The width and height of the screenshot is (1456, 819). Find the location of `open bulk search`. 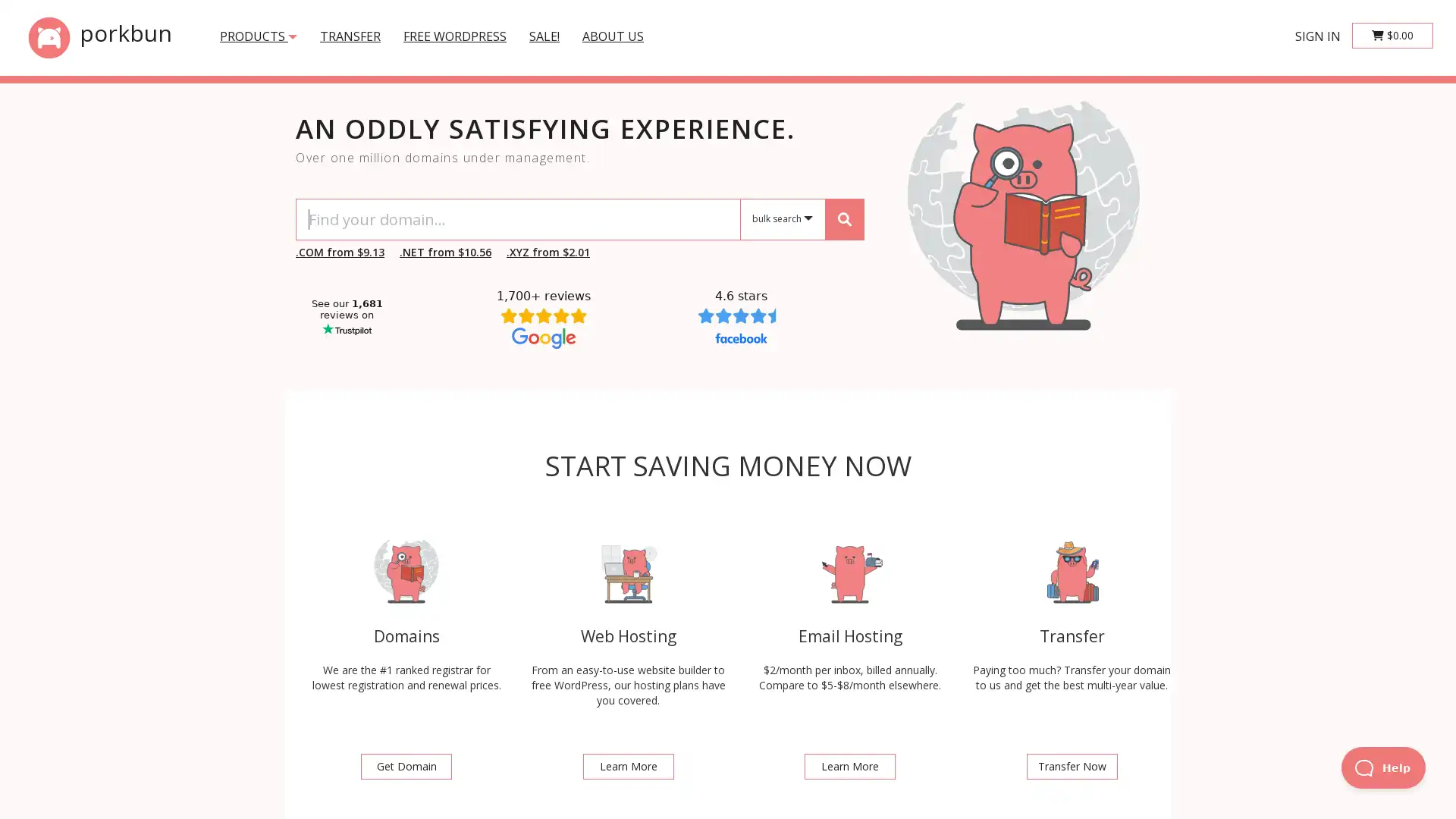

open bulk search is located at coordinates (783, 219).